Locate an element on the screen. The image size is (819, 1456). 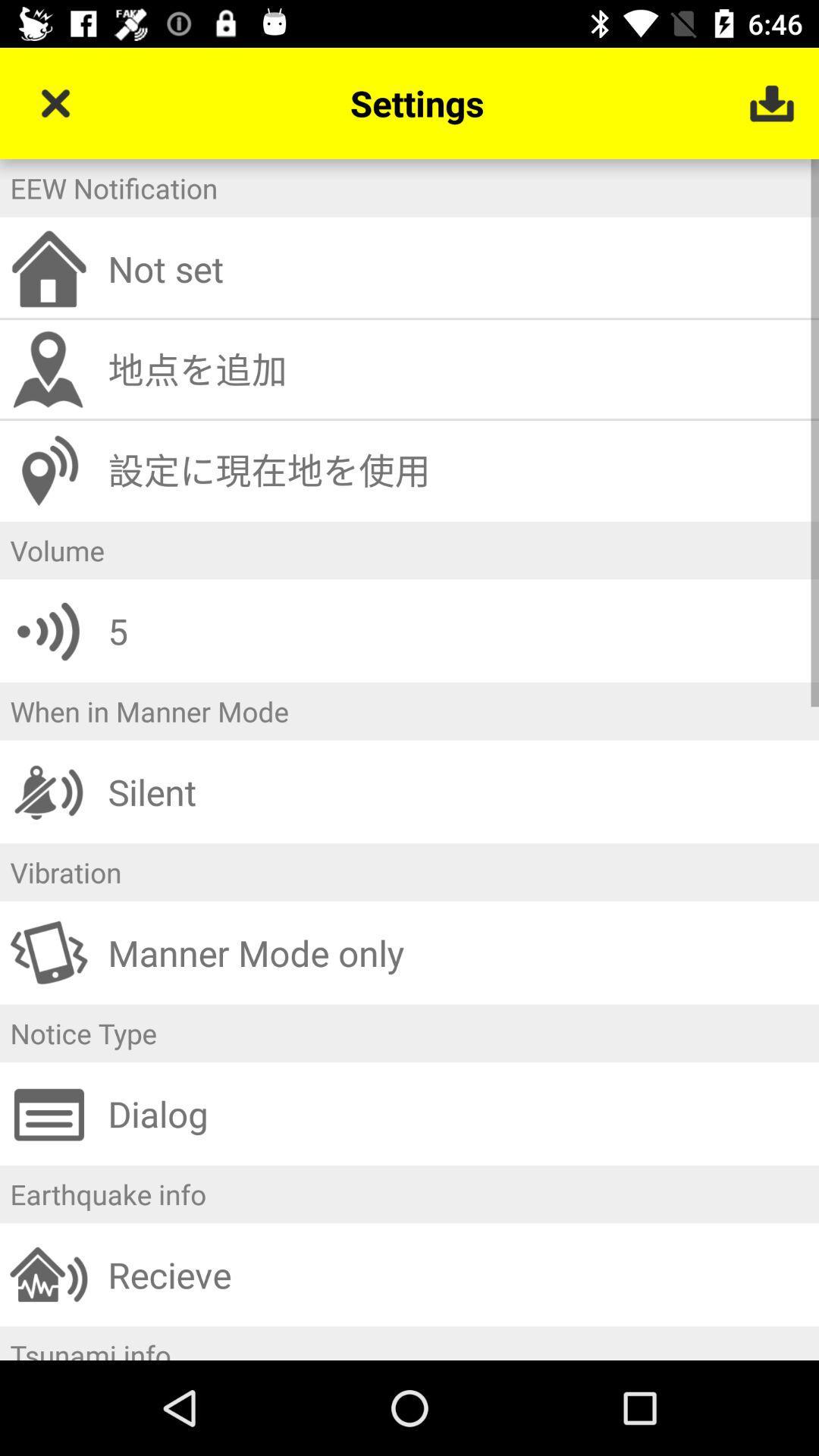
the dialog is located at coordinates (457, 1113).